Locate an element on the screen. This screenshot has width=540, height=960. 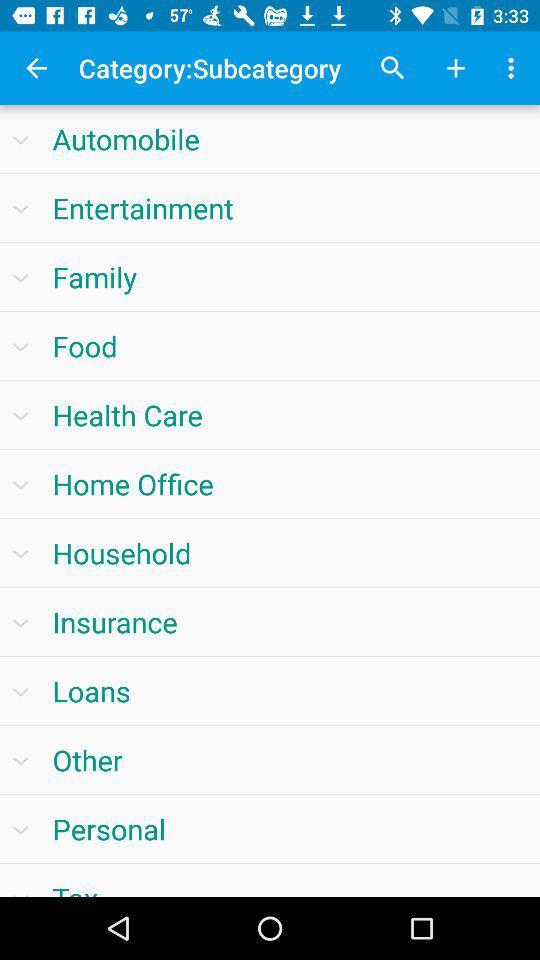
item above the automobile icon is located at coordinates (455, 68).